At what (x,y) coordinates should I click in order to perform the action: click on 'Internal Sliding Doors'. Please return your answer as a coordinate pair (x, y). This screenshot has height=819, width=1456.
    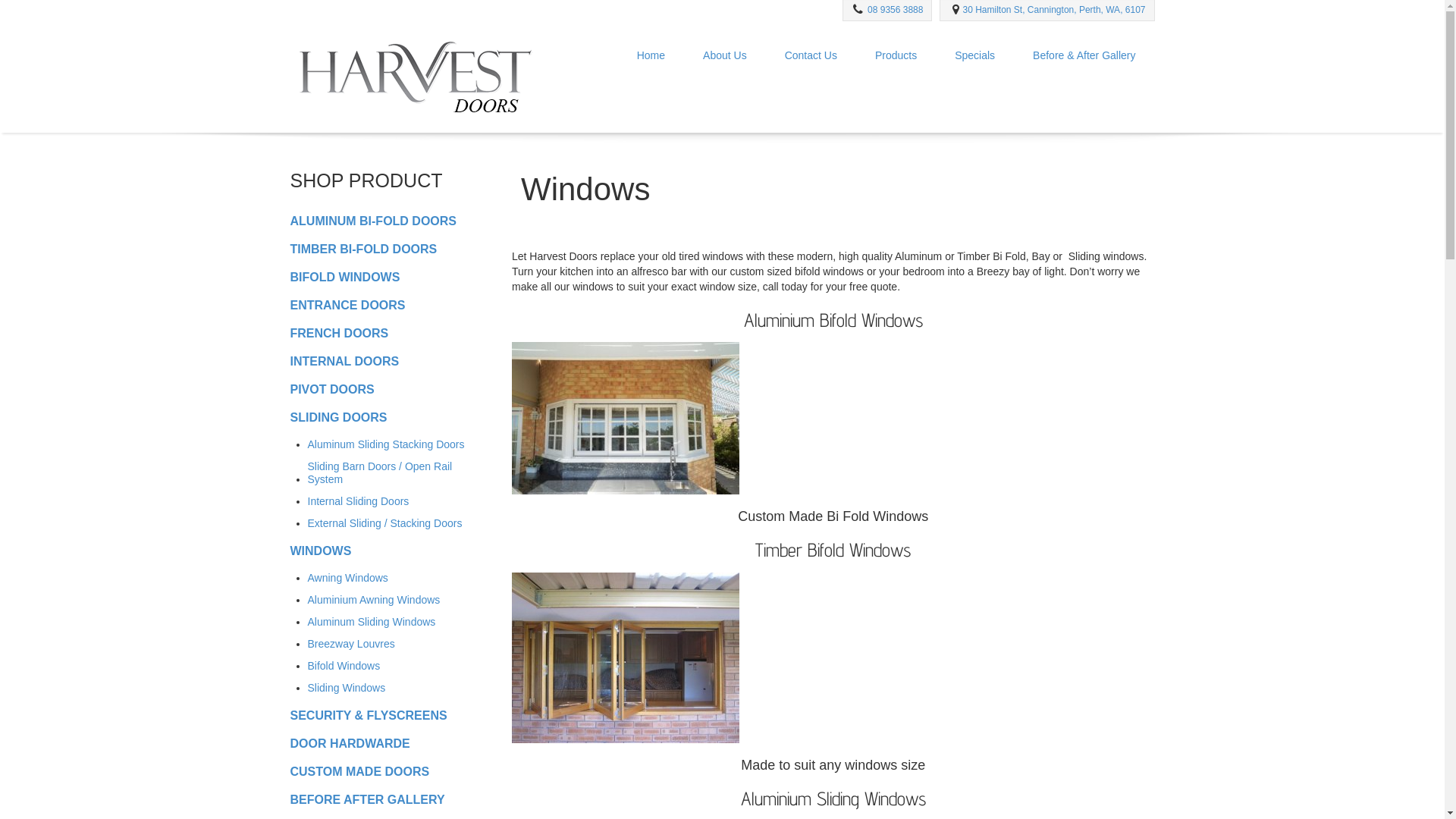
    Looking at the image, I should click on (358, 500).